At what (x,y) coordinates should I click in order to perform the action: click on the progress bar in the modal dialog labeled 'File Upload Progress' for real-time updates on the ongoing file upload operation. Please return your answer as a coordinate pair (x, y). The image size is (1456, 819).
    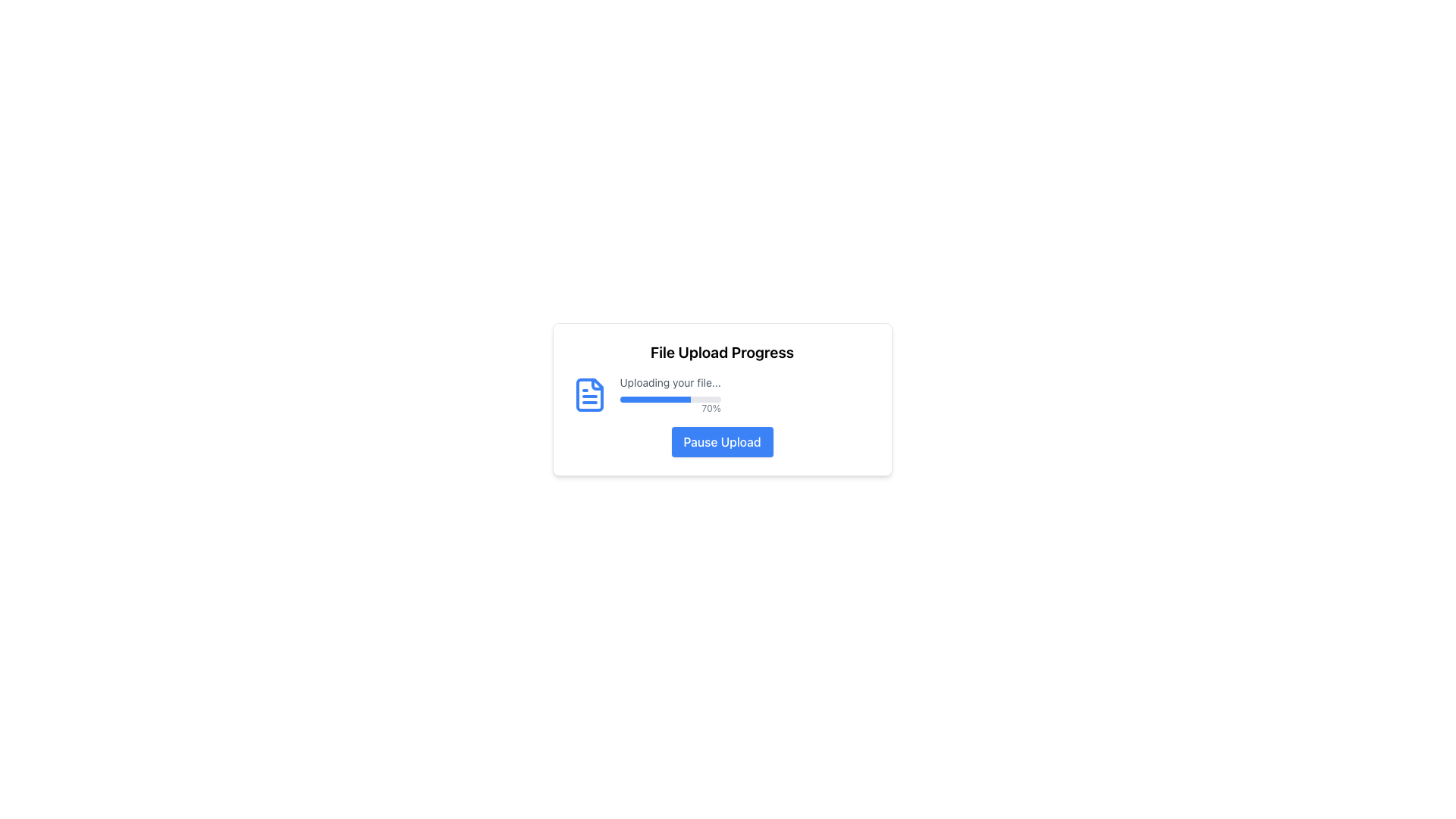
    Looking at the image, I should click on (670, 394).